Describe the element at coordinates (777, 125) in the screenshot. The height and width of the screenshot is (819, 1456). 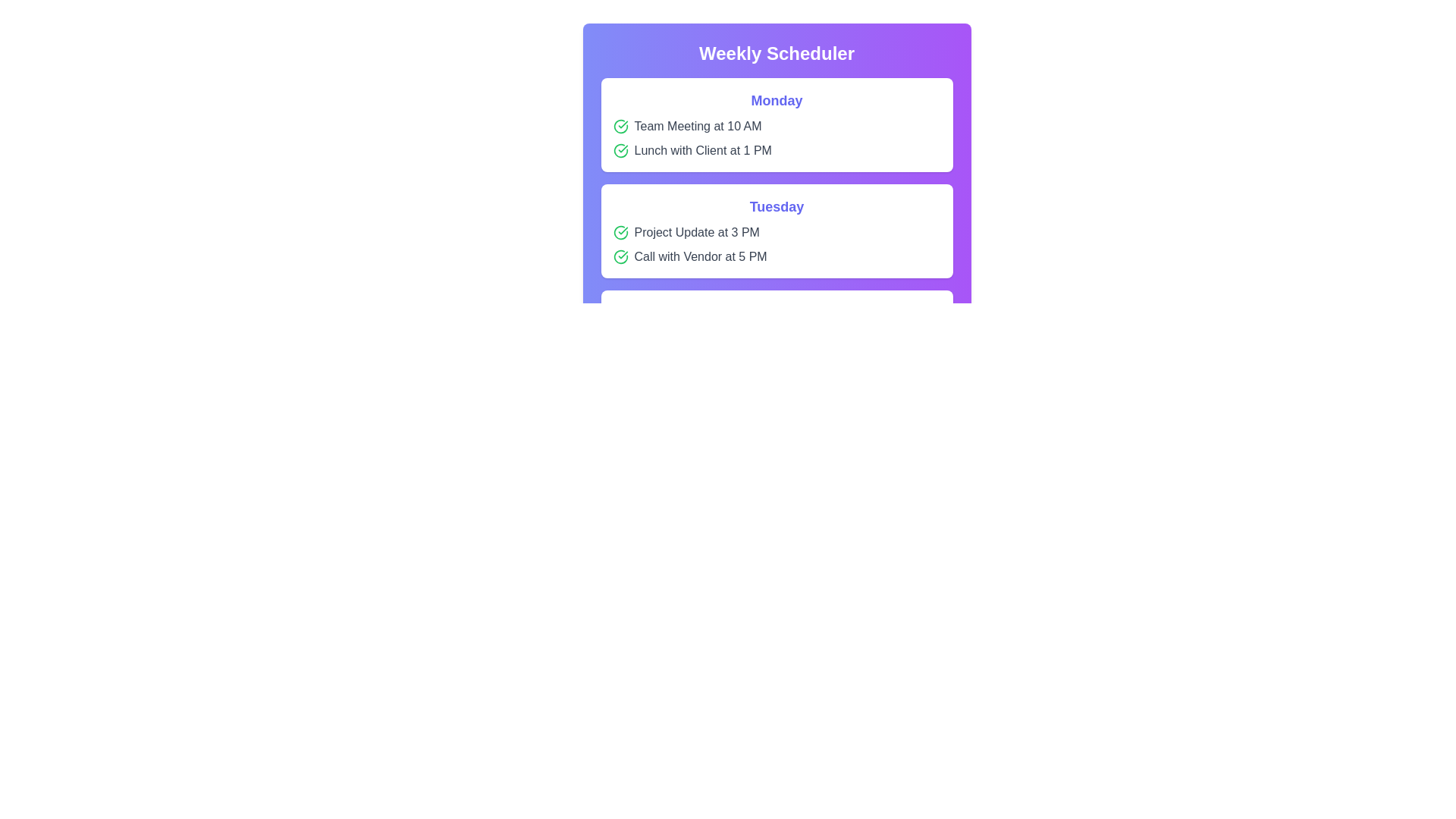
I see `the event item Team Meeting at 10 AM to interact with it` at that location.